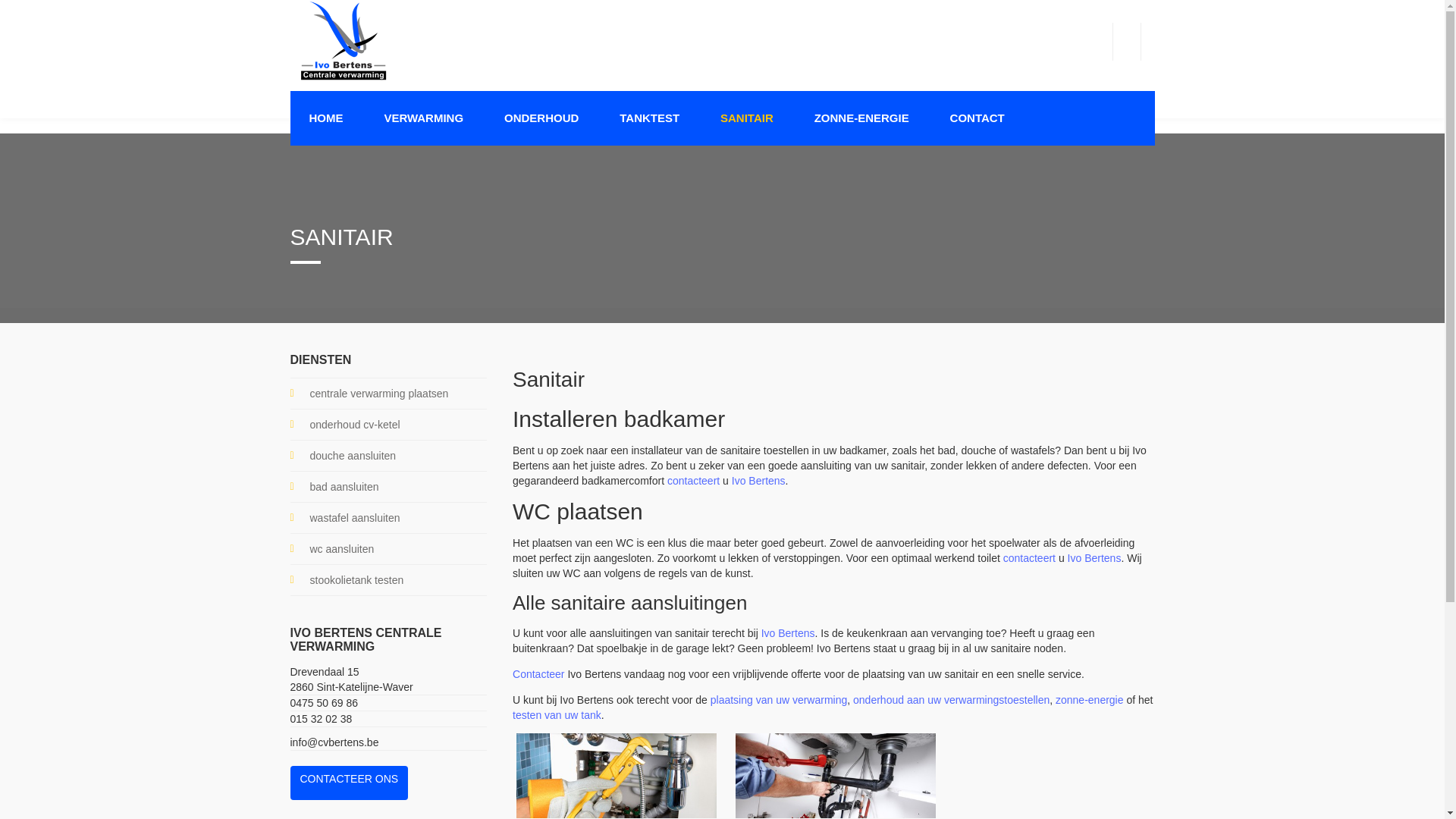  Describe the element at coordinates (348, 783) in the screenshot. I see `'CONTACTEER ONS'` at that location.